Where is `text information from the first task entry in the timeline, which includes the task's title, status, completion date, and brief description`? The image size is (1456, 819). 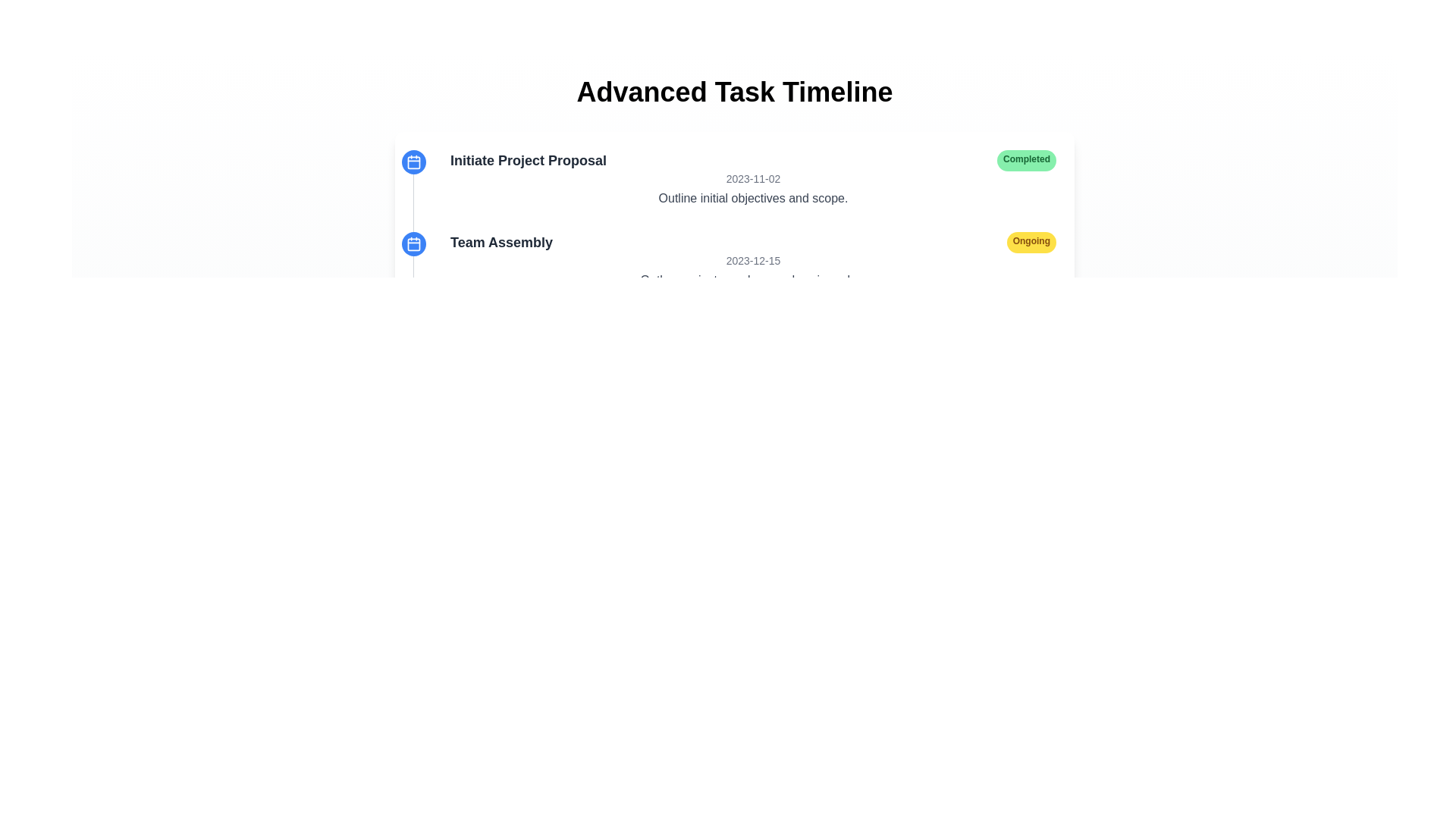
text information from the first task entry in the timeline, which includes the task's title, status, completion date, and brief description is located at coordinates (741, 177).